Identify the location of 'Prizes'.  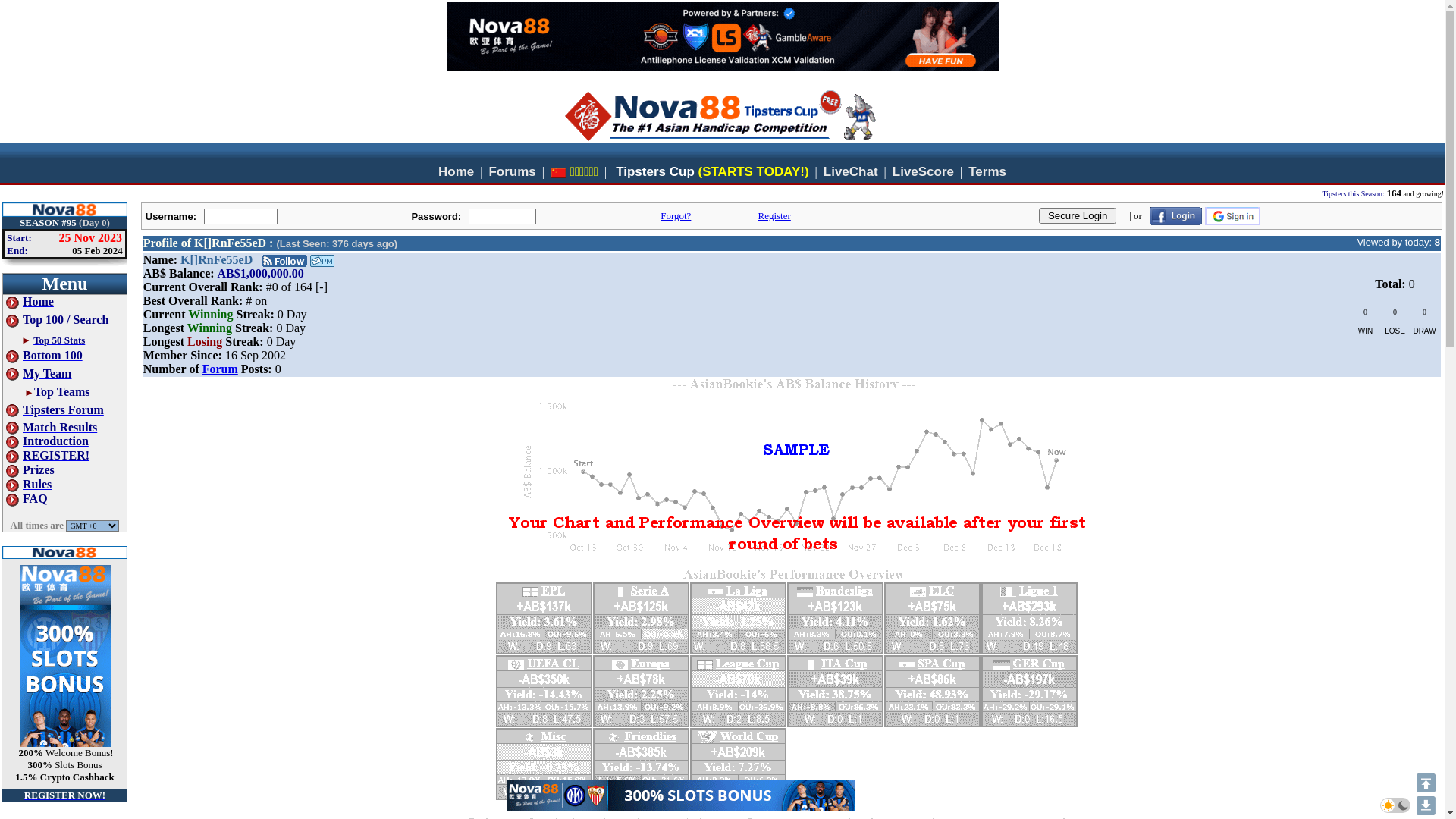
(30, 469).